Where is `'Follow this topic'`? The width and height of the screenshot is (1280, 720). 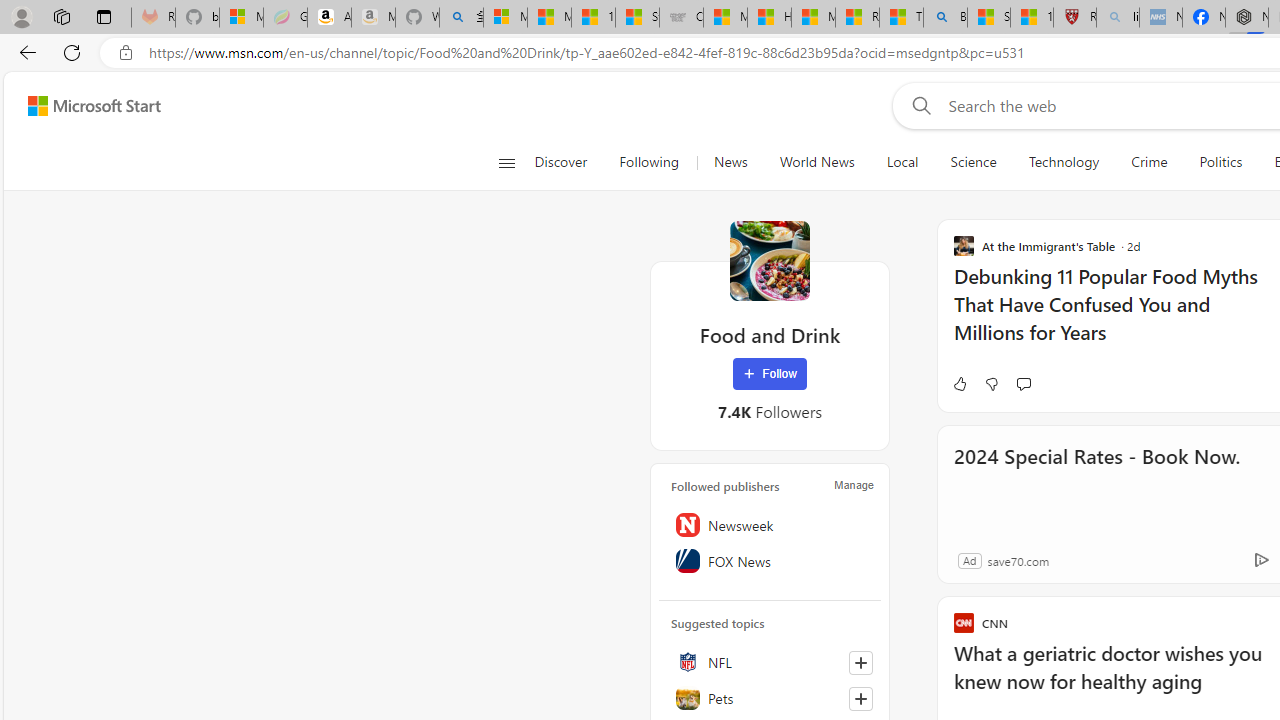
'Follow this topic' is located at coordinates (860, 697).